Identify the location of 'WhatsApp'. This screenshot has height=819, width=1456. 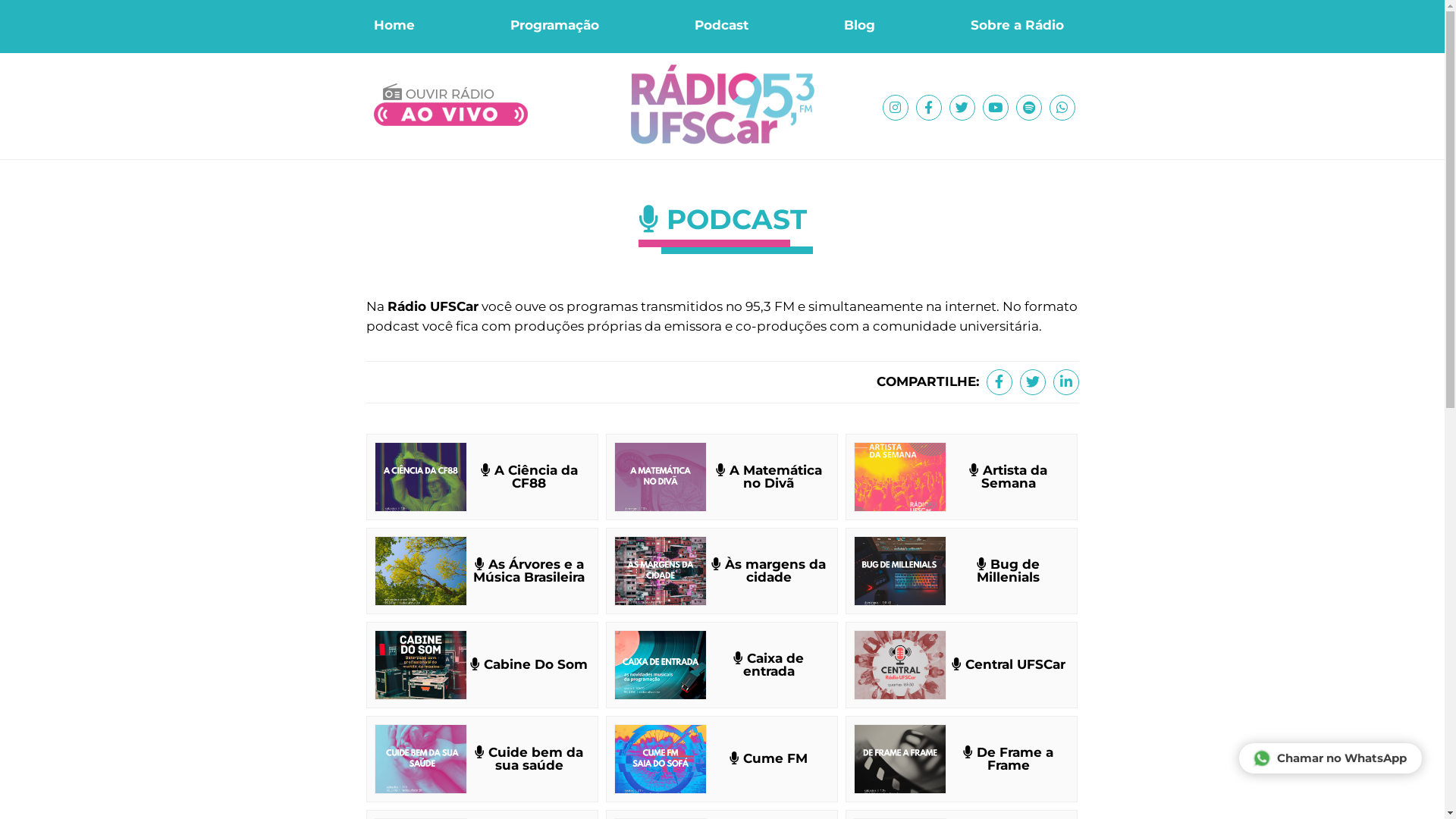
(1048, 107).